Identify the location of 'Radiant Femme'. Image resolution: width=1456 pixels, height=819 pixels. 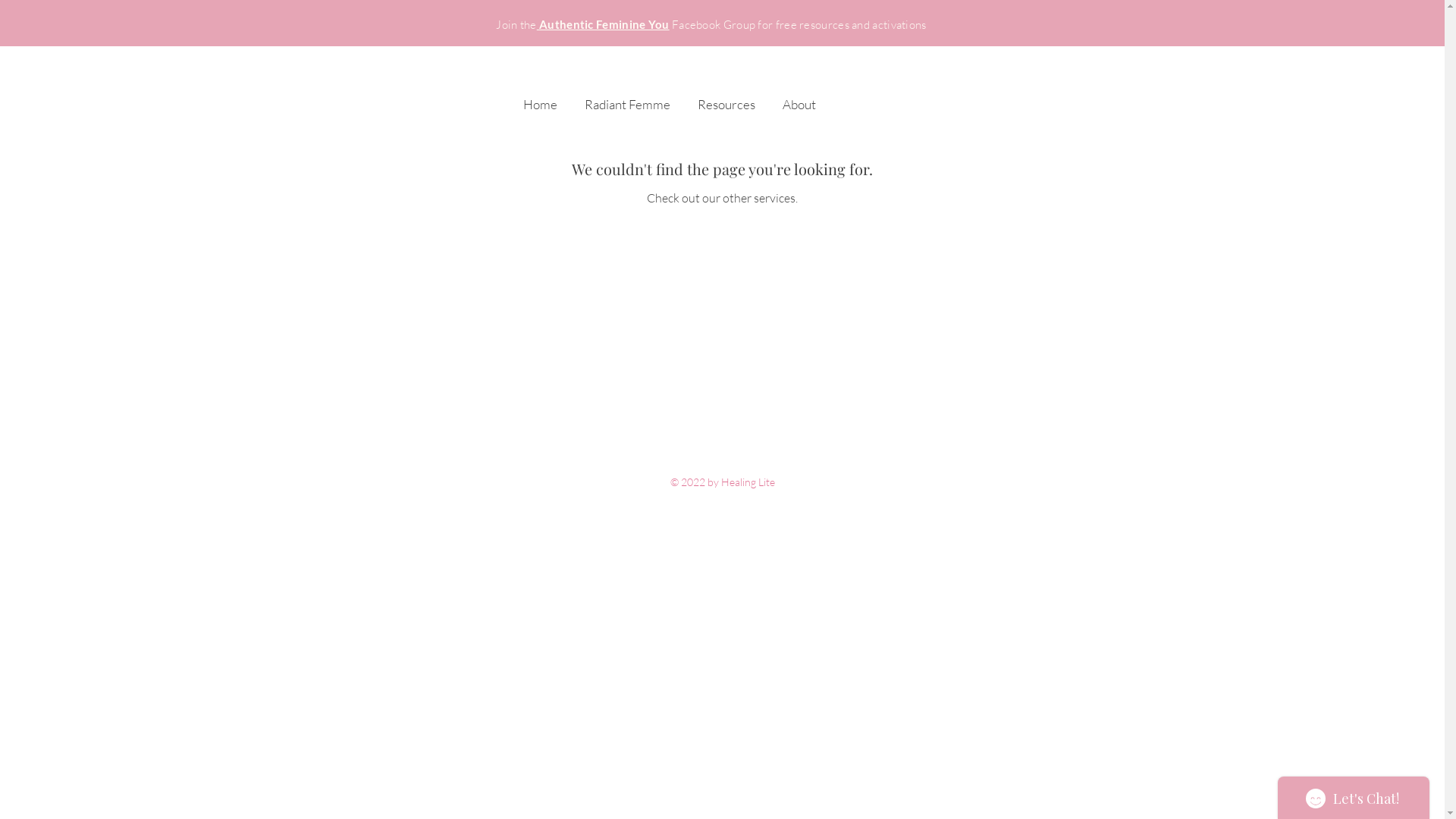
(626, 97).